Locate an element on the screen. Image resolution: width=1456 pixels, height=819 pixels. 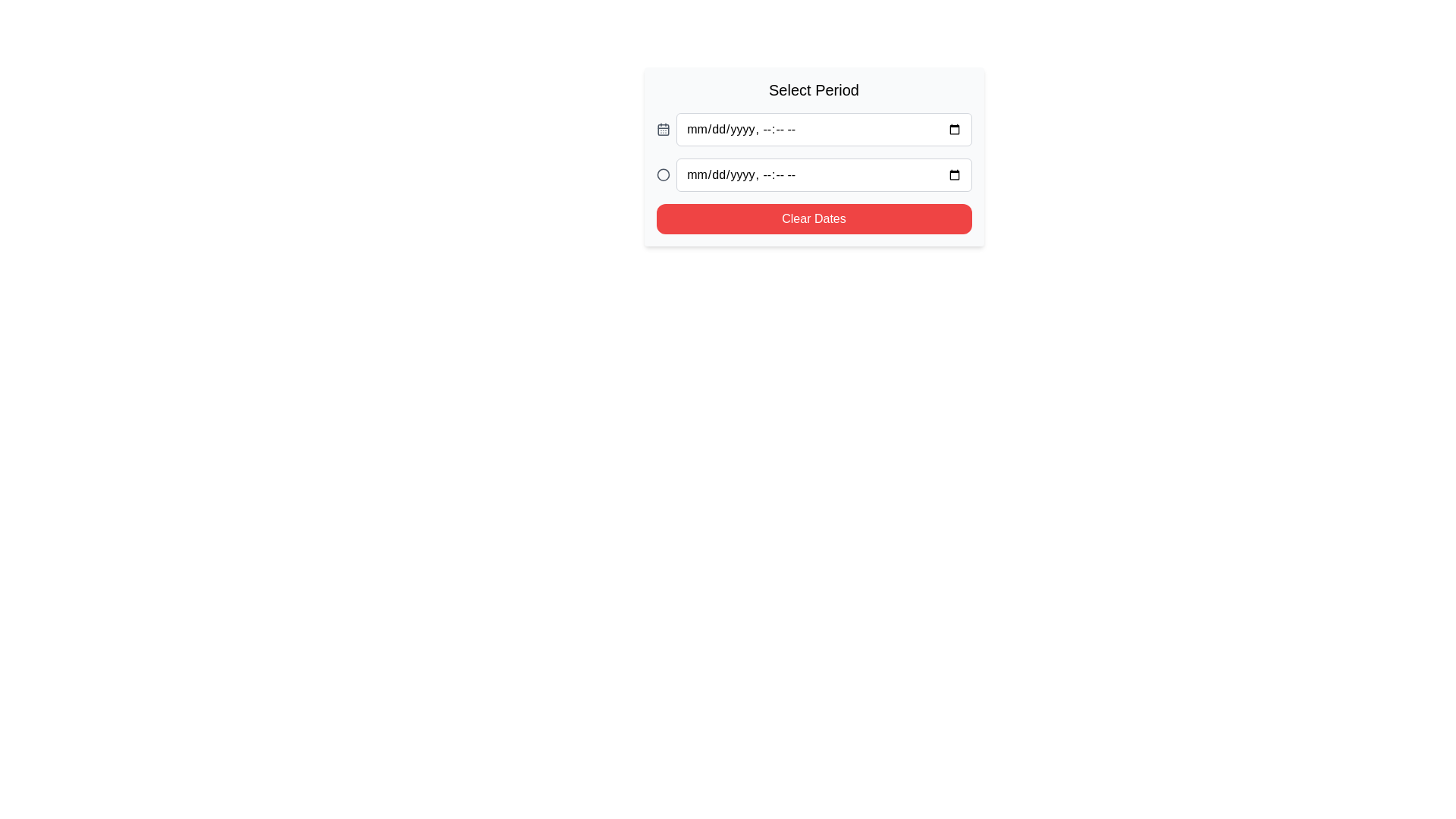
the graphical icon (circle) located to the left of the second input field in the date selection form, above the 'Clear Dates' button is located at coordinates (663, 174).